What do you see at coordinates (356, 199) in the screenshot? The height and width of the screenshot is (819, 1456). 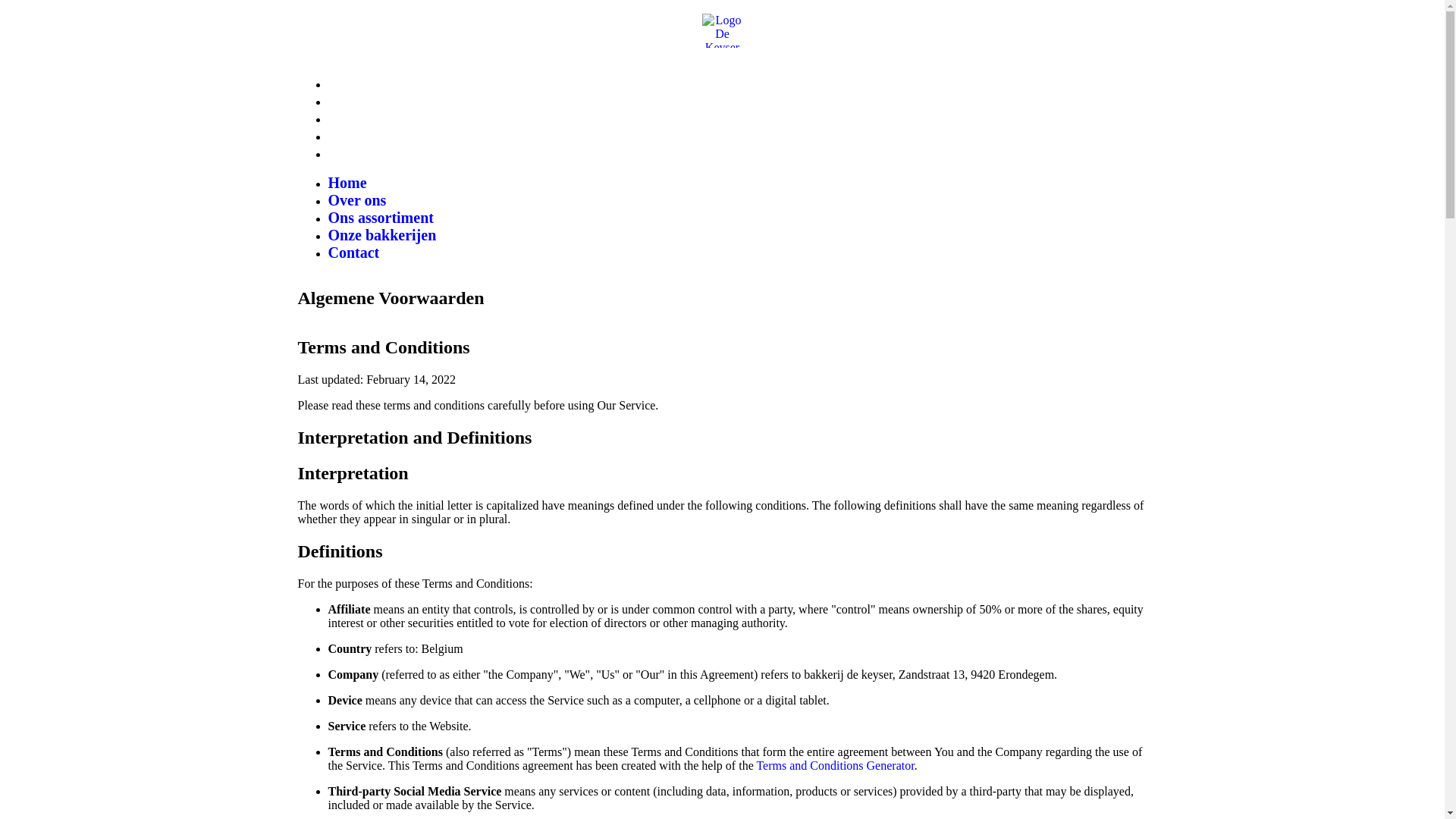 I see `'Over ons'` at bounding box center [356, 199].